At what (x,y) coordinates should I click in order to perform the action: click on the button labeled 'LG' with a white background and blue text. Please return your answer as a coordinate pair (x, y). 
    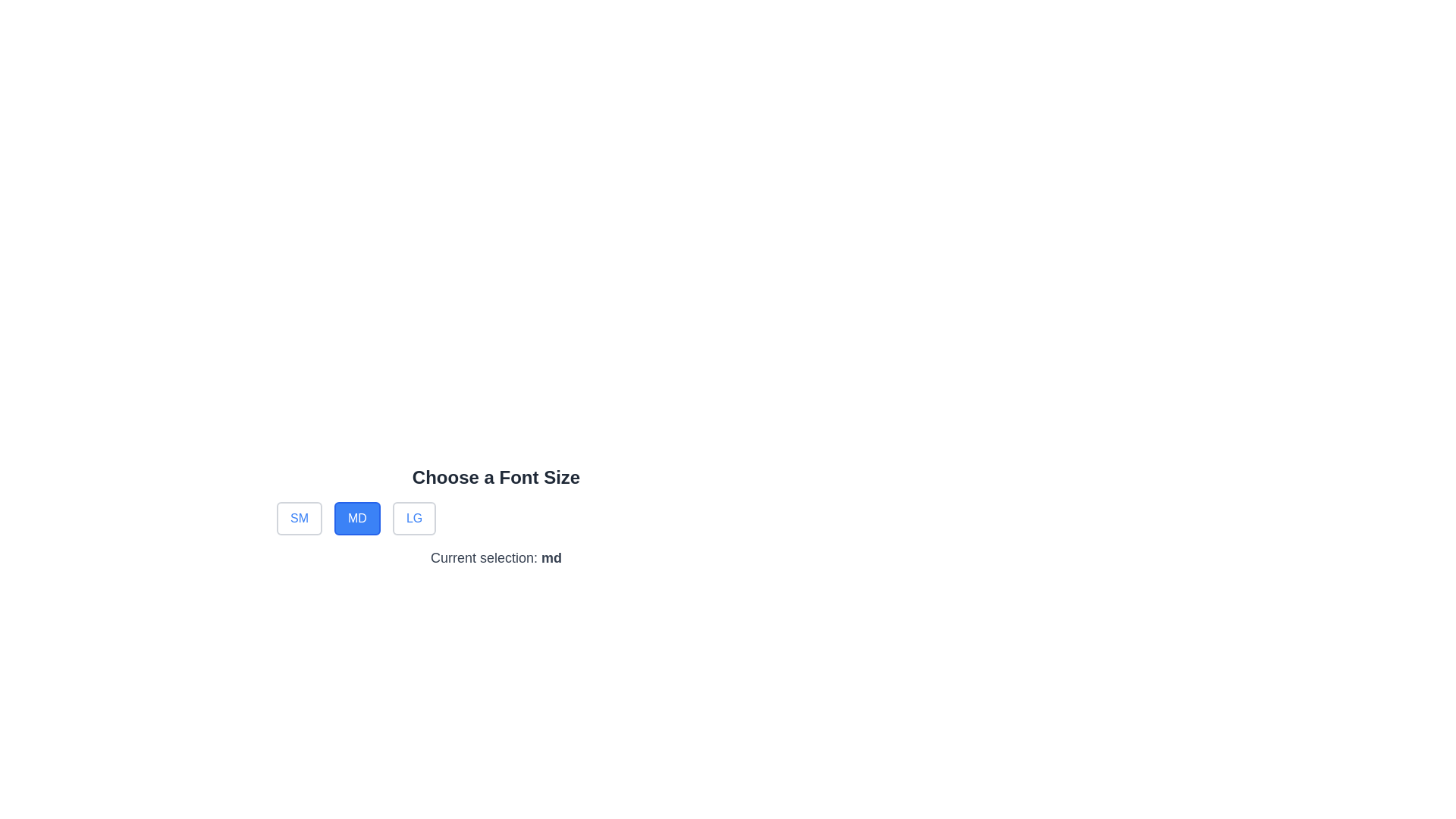
    Looking at the image, I should click on (414, 517).